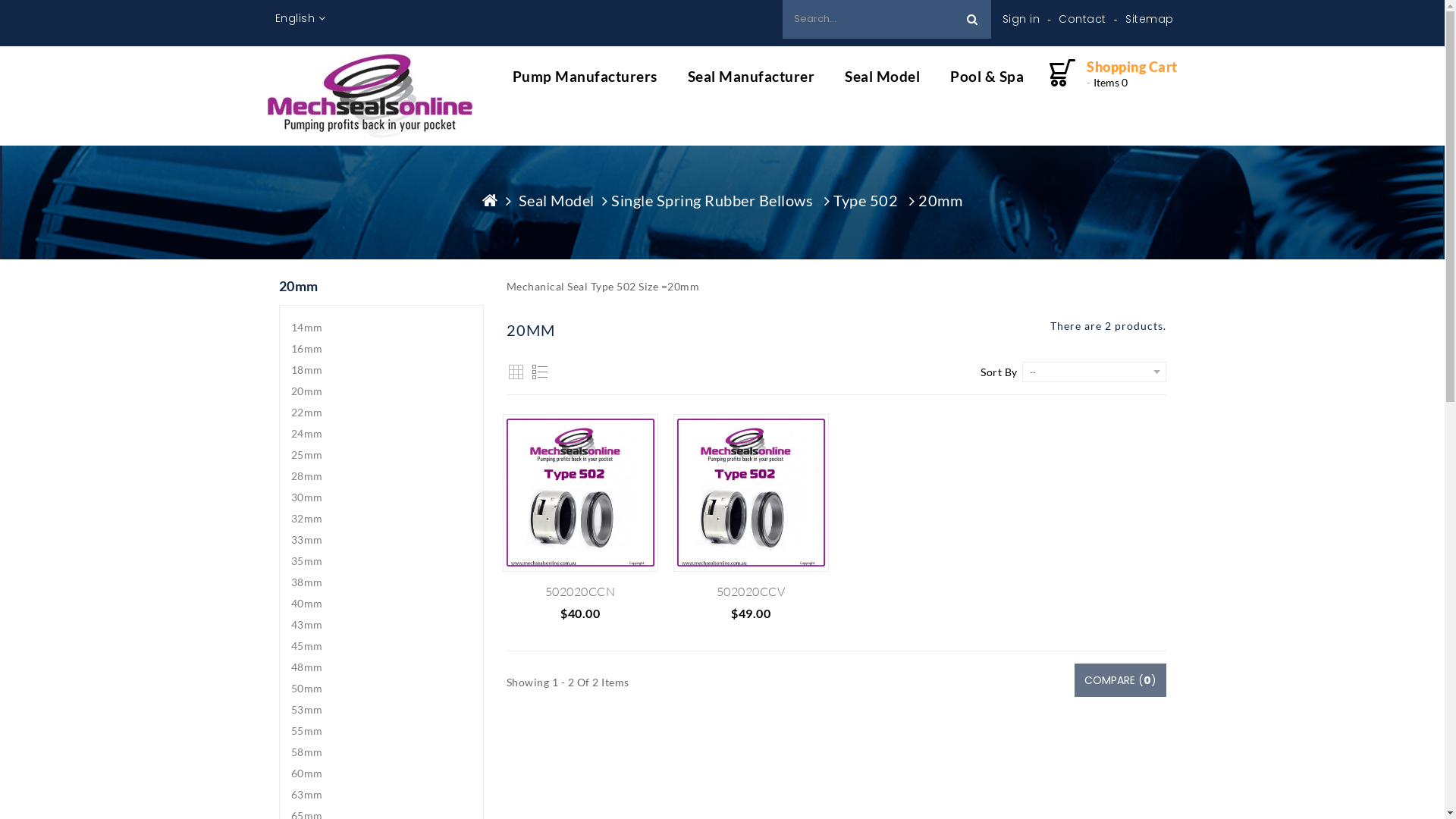 Image resolution: width=1456 pixels, height=819 pixels. Describe the element at coordinates (291, 602) in the screenshot. I see `'40mm'` at that location.